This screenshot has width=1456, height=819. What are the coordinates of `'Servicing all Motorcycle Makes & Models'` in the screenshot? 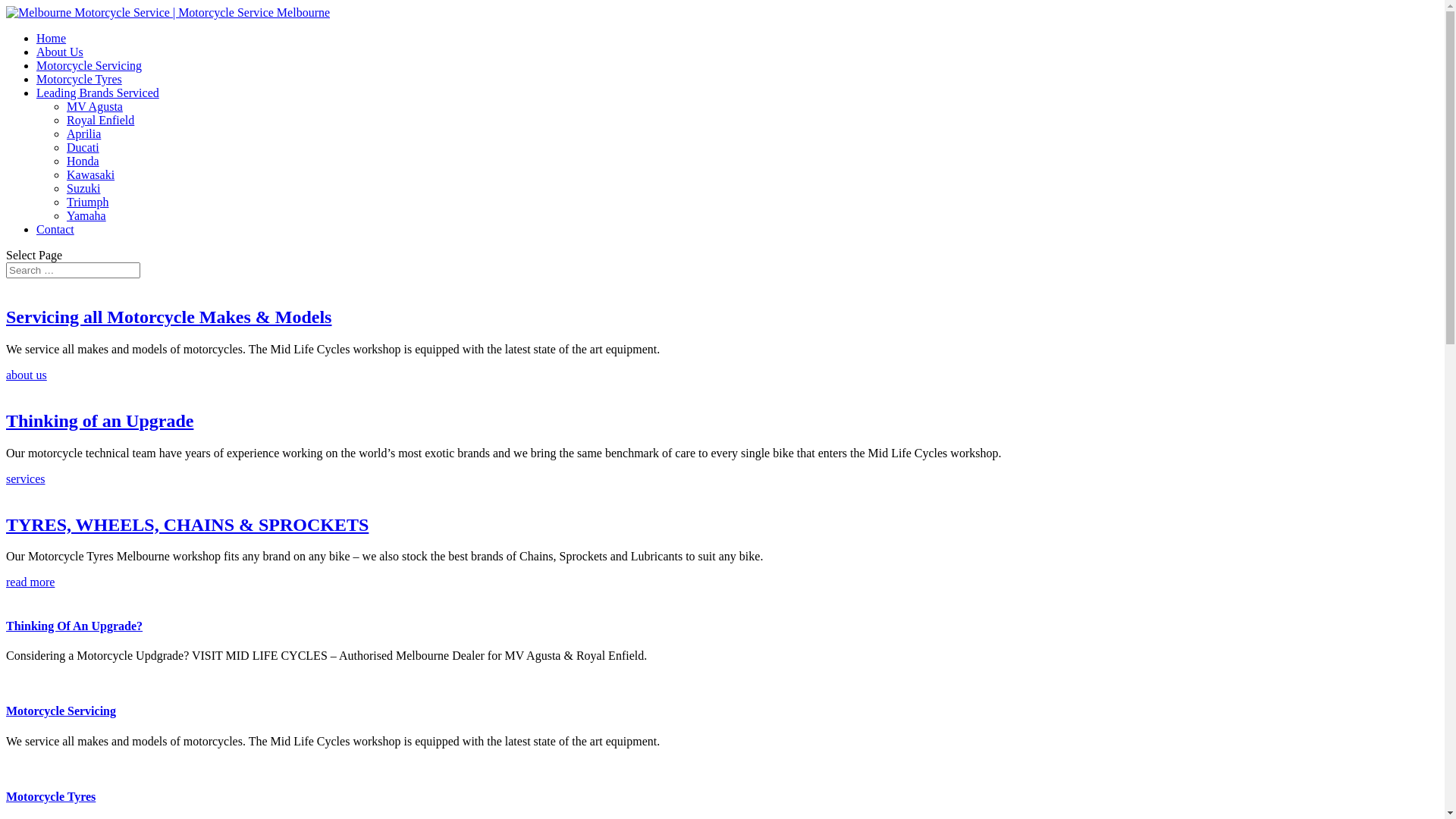 It's located at (168, 315).